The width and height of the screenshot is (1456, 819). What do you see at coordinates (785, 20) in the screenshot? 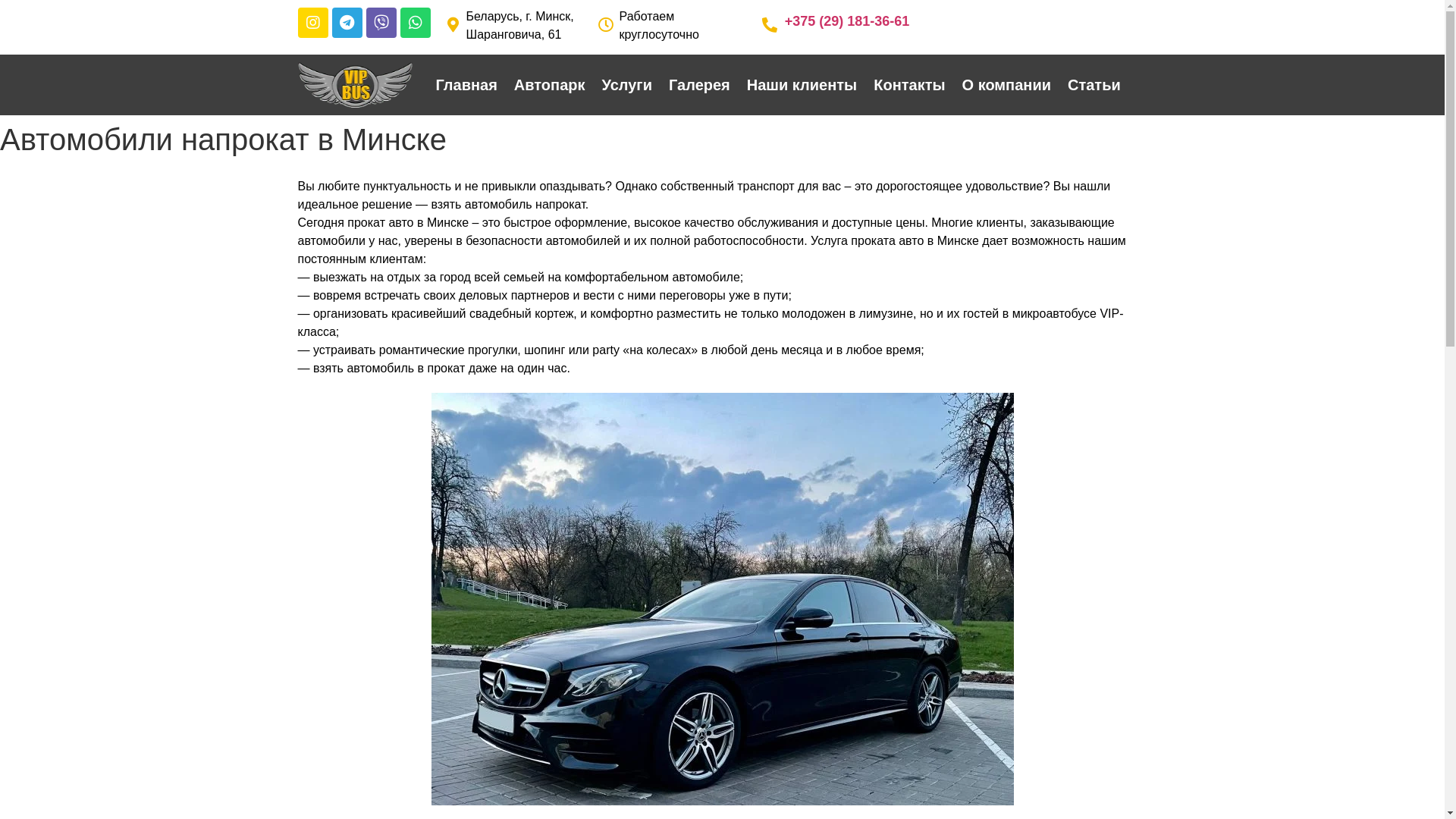
I see `'+375 (29) 181-36-61'` at bounding box center [785, 20].